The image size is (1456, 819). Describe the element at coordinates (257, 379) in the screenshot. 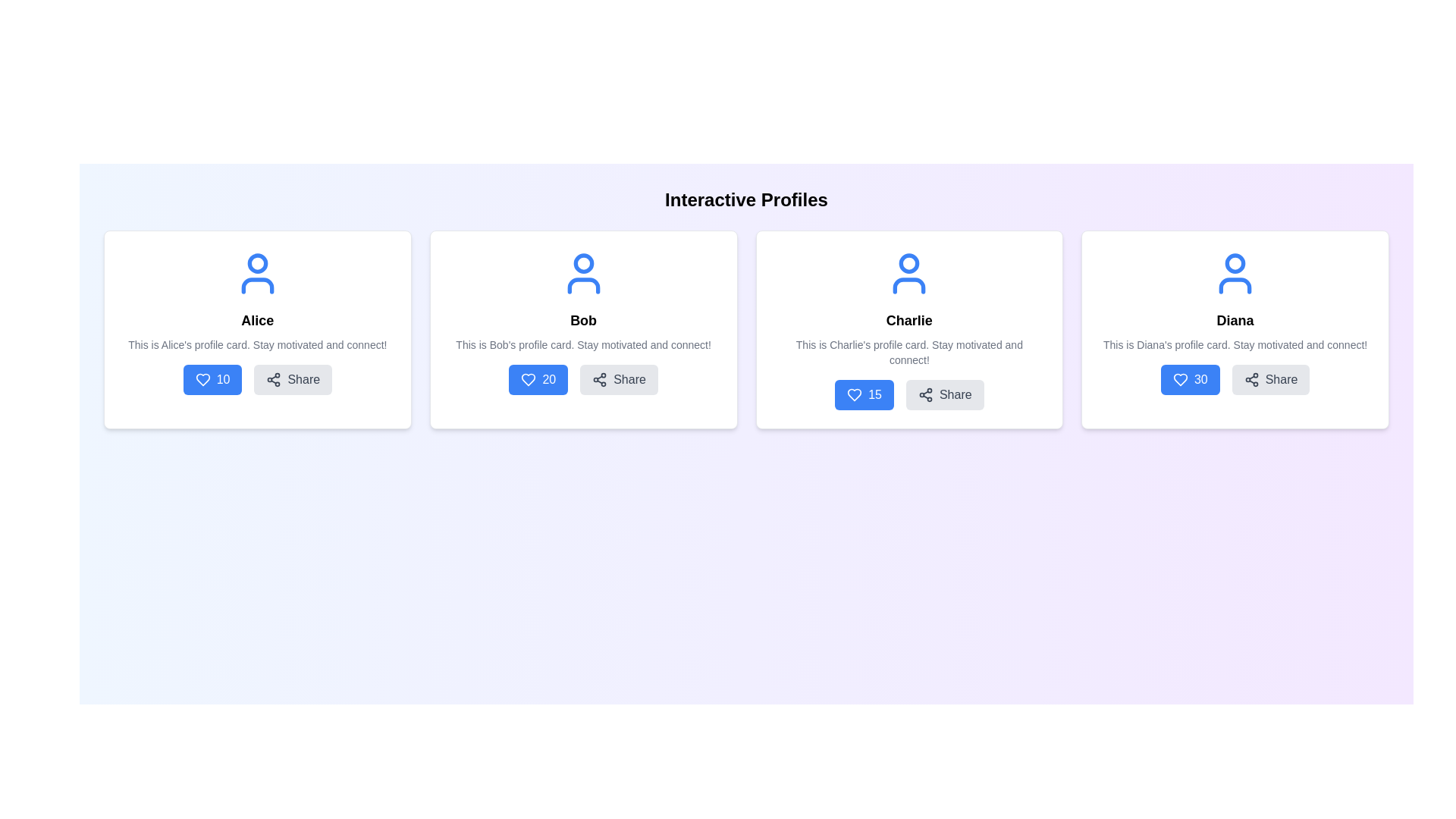

I see `the share button located in the bottom section of the profile card titled 'Alice'` at that location.